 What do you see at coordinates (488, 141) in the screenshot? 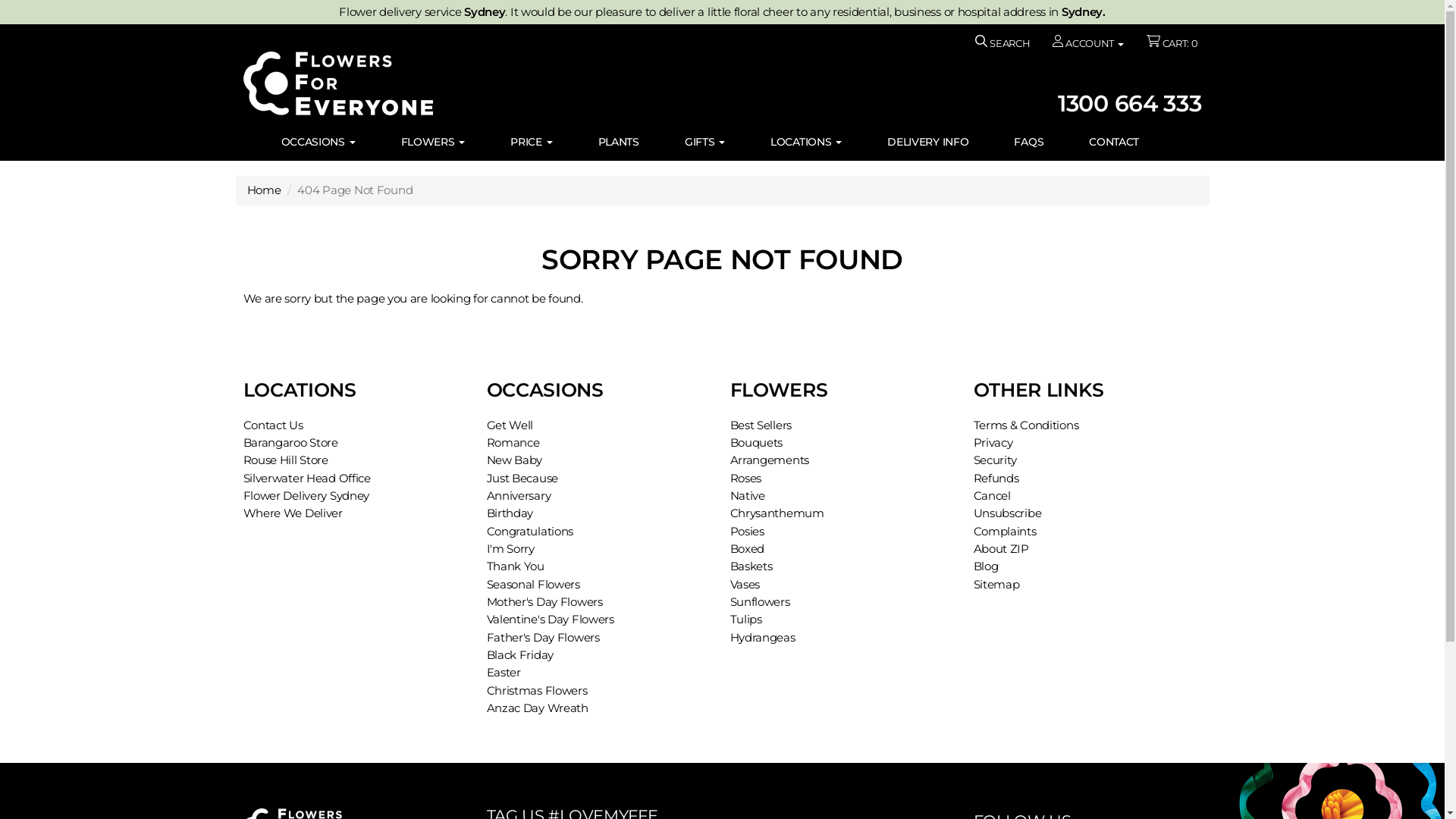
I see `'PRICE'` at bounding box center [488, 141].